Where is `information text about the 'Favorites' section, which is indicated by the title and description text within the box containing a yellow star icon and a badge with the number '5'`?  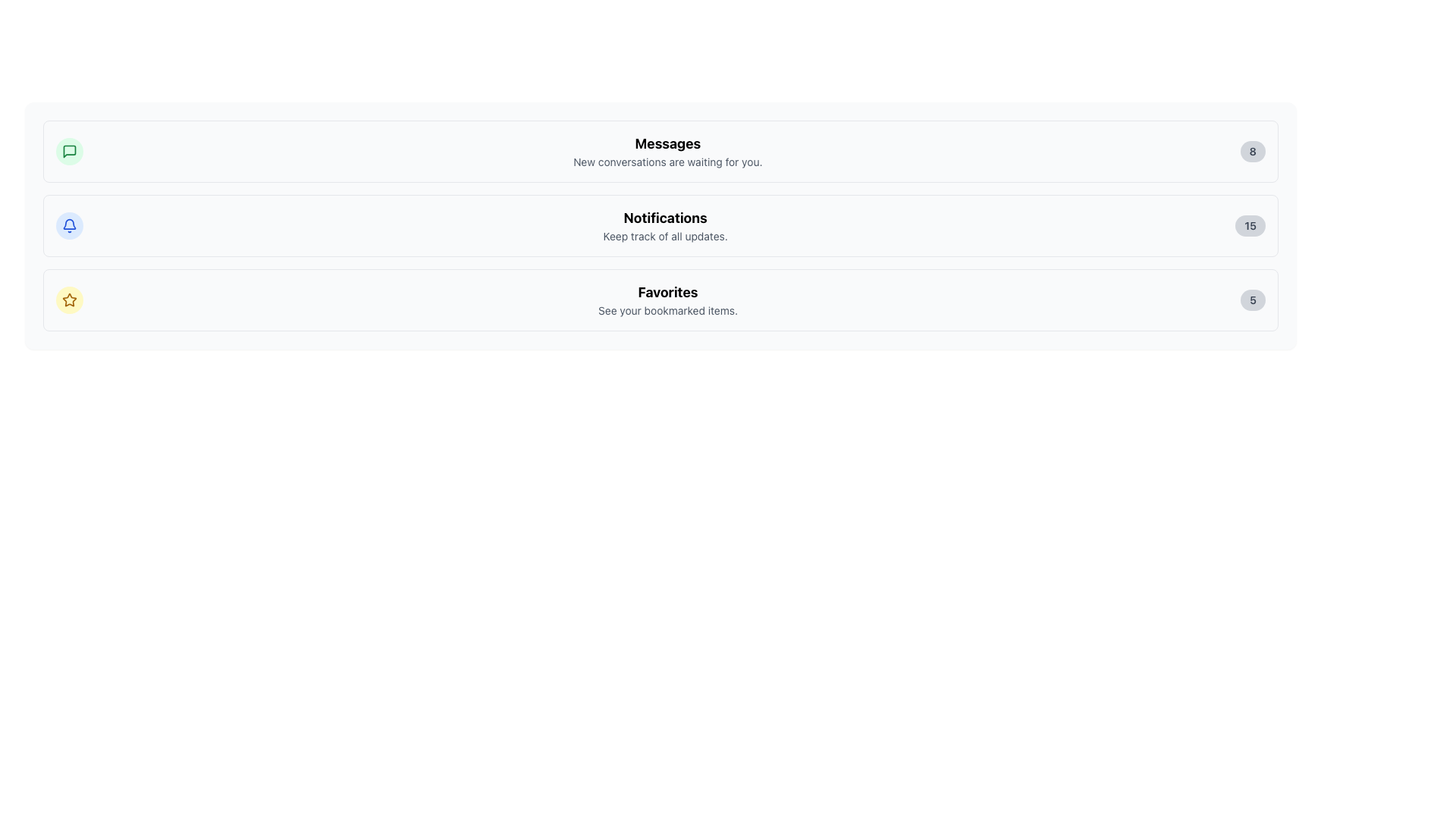
information text about the 'Favorites' section, which is indicated by the title and description text within the box containing a yellow star icon and a badge with the number '5' is located at coordinates (667, 300).